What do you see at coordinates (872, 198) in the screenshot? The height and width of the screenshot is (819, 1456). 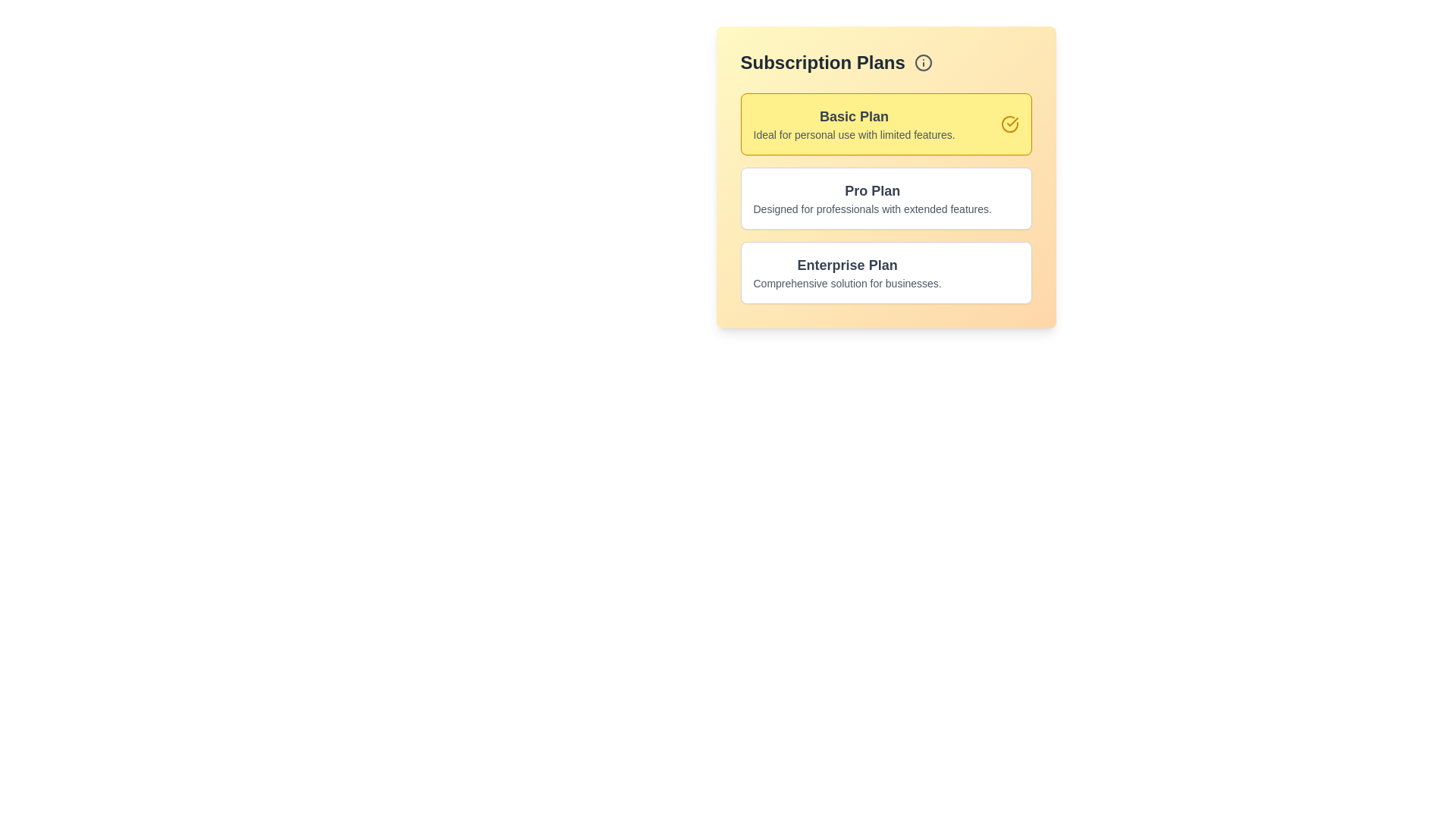 I see `text content of the 'Pro Plan' Text Block, which is centrally aligned in the subscription interface, located in the second row between the 'Basic Plan' and 'Enterprise Plan'` at bounding box center [872, 198].